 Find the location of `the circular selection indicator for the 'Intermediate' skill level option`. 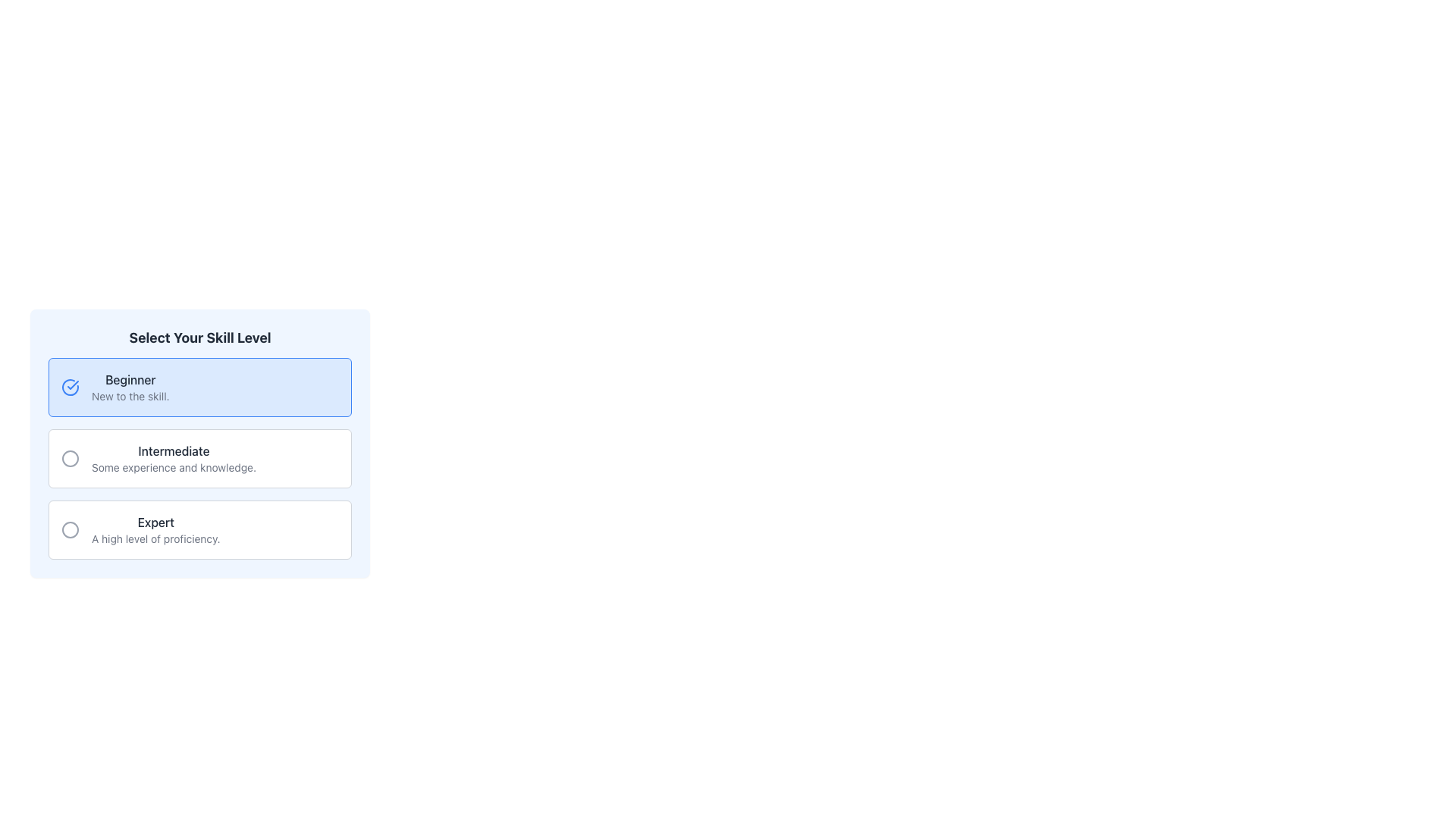

the circular selection indicator for the 'Intermediate' skill level option is located at coordinates (69, 458).